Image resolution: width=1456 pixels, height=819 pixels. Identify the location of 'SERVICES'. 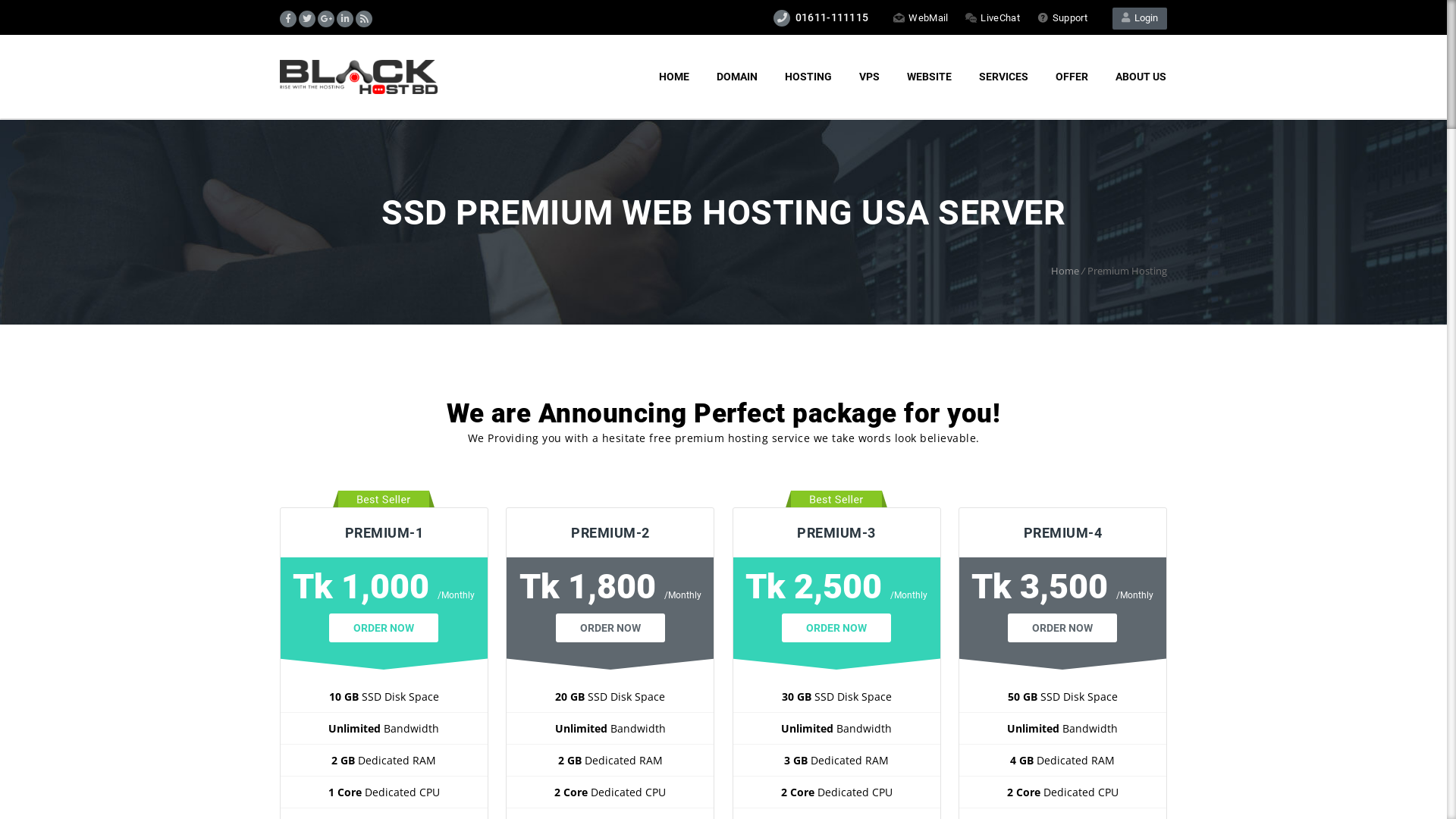
(1003, 77).